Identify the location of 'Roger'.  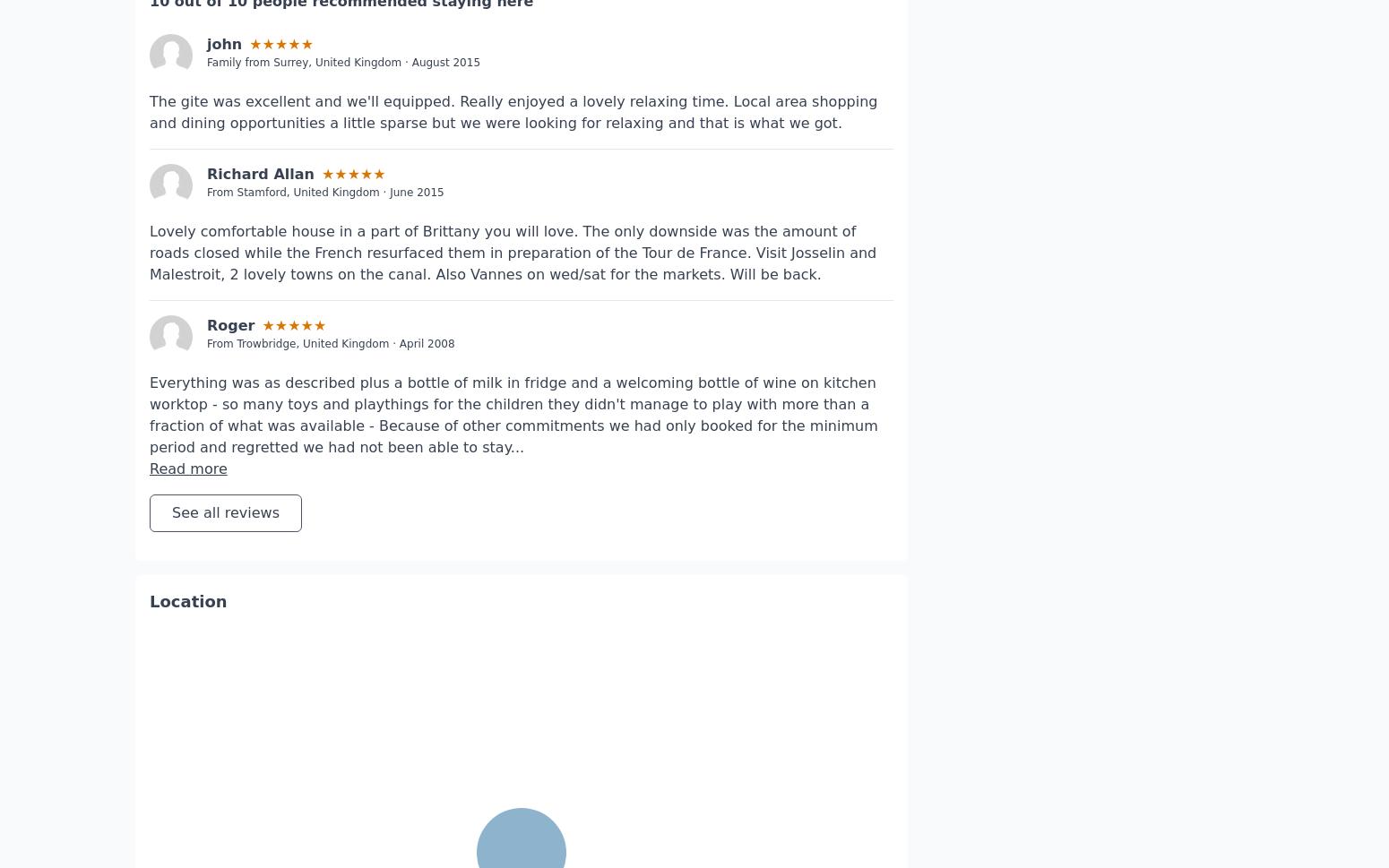
(230, 271).